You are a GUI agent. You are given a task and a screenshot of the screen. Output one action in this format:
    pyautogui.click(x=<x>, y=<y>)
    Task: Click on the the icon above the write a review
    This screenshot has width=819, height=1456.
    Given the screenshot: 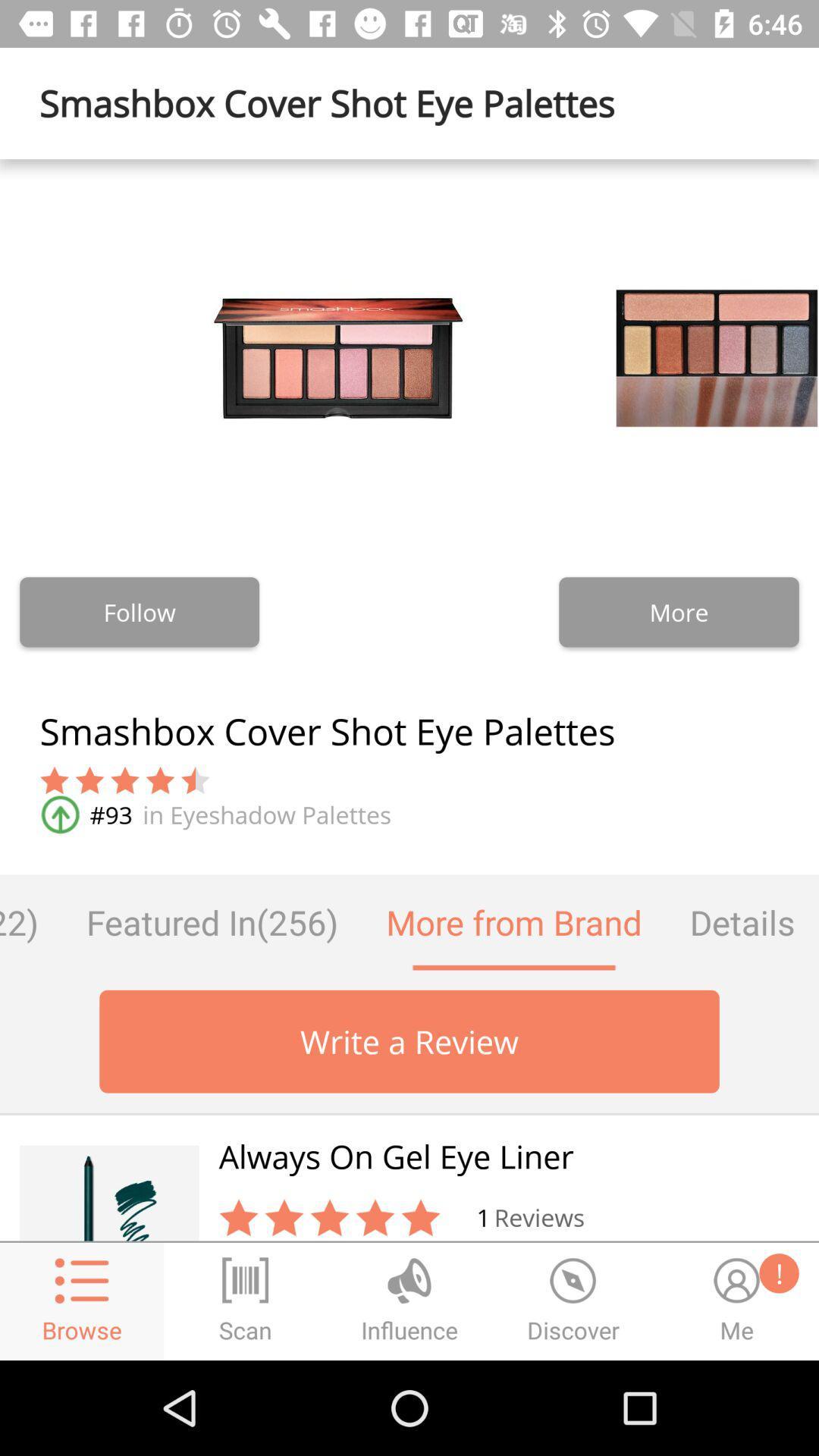 What is the action you would take?
    pyautogui.click(x=212, y=921)
    